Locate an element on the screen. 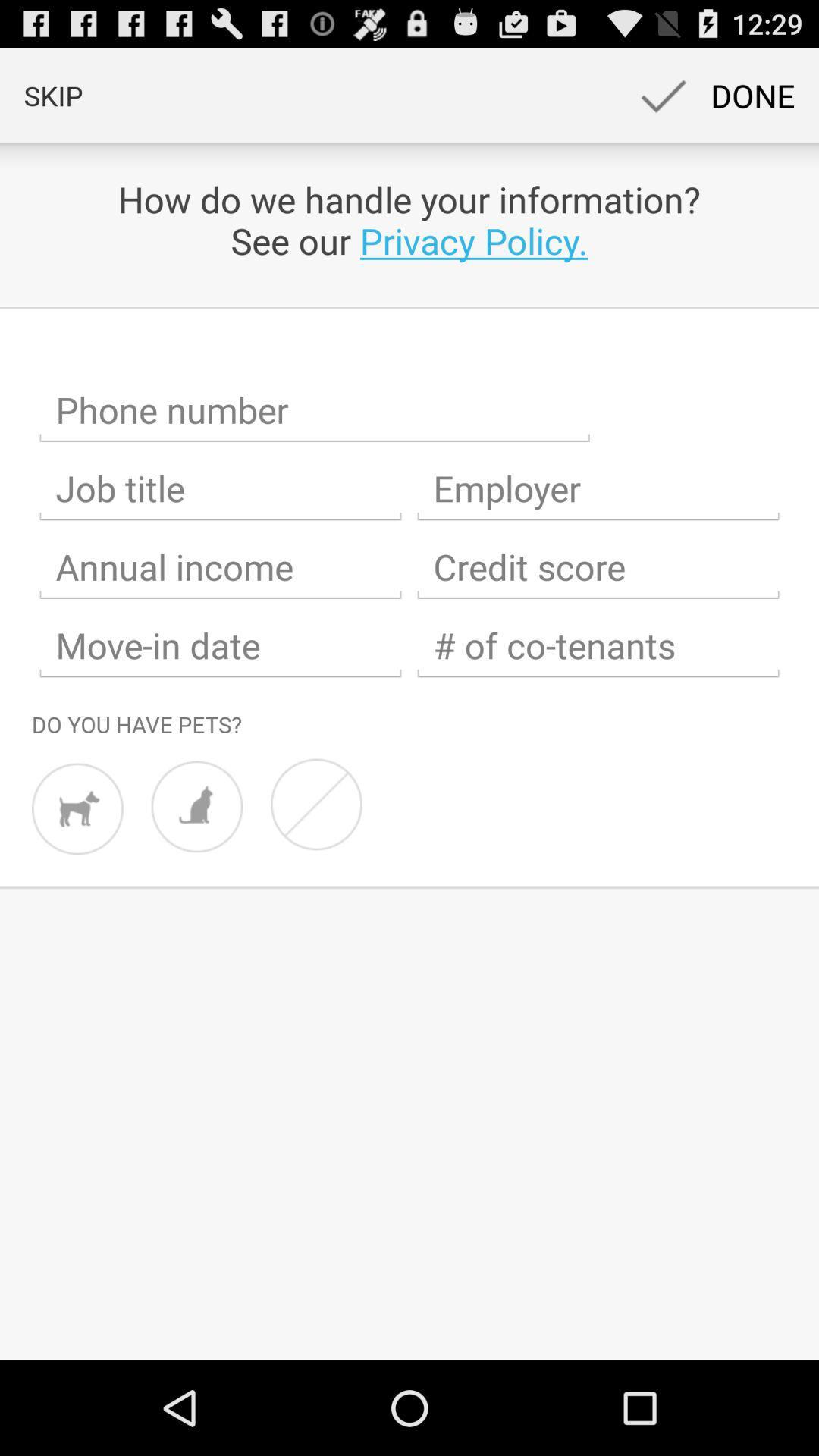 The width and height of the screenshot is (819, 1456). none is located at coordinates (315, 803).